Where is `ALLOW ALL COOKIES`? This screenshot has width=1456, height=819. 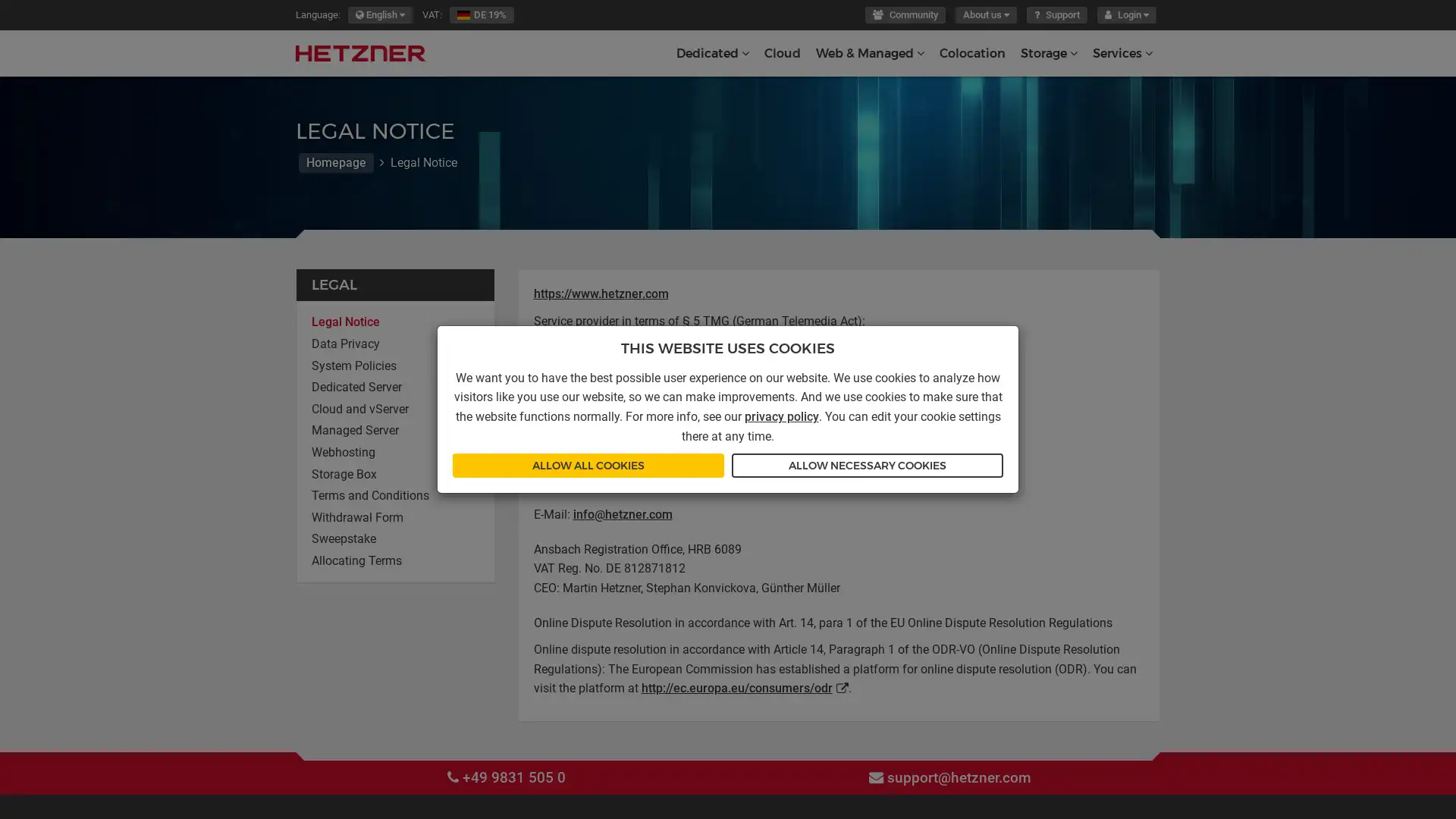
ALLOW ALL COOKIES is located at coordinates (588, 464).